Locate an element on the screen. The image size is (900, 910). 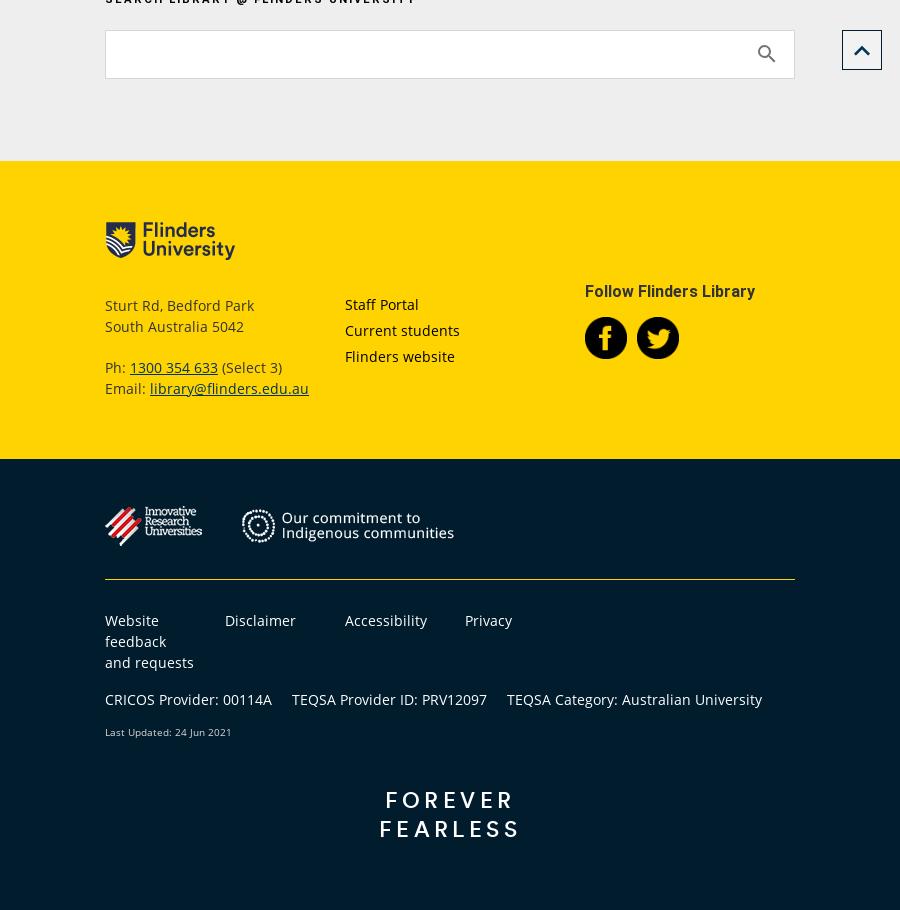
'1300 354 633' is located at coordinates (129, 366).